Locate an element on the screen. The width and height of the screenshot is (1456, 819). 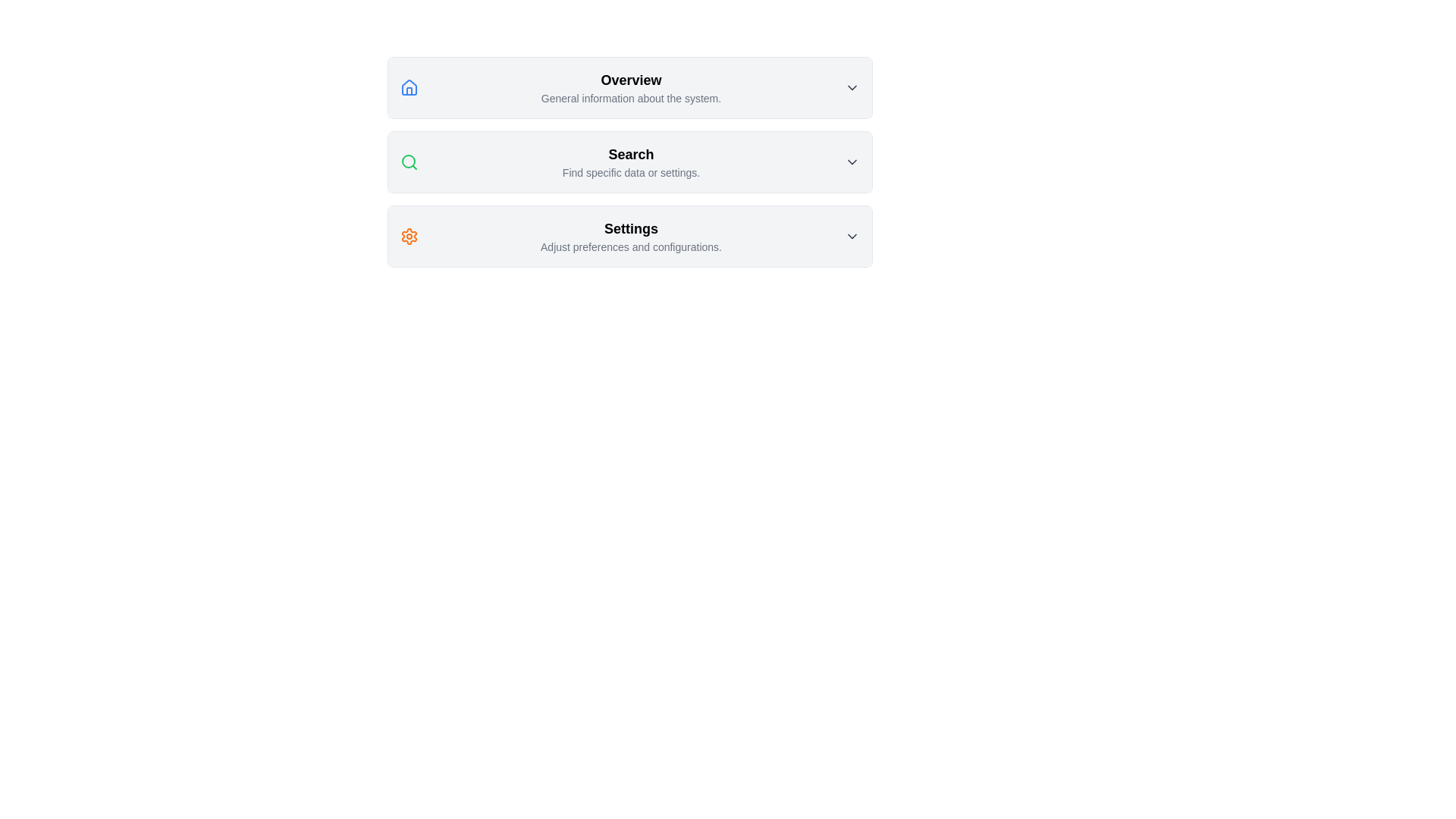
the green magnifying glass icon located in the 'Search' section to trigger a tooltip or visual feedback is located at coordinates (409, 162).